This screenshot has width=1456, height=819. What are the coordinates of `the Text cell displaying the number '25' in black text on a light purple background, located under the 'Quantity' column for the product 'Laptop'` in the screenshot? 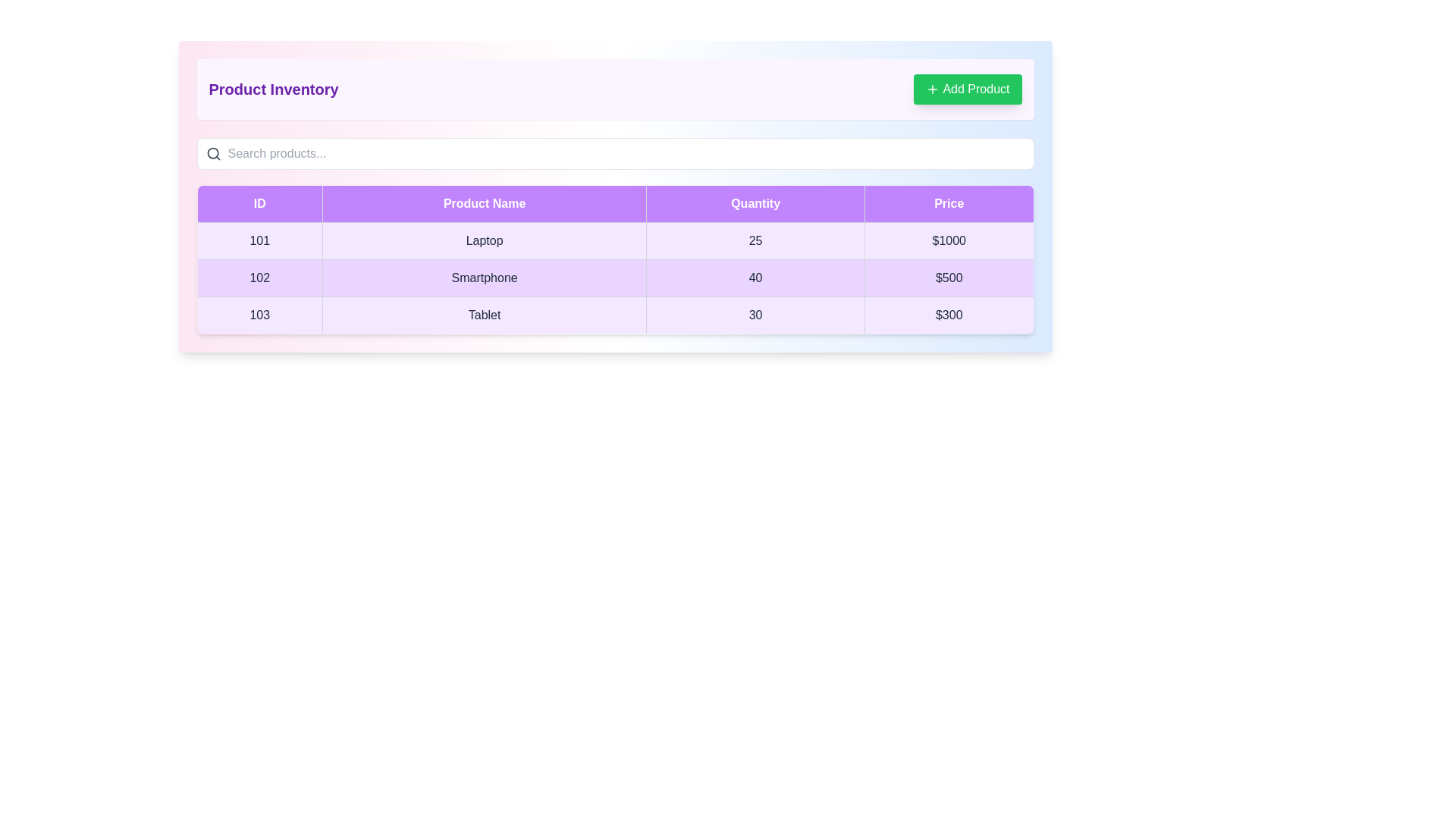 It's located at (755, 240).